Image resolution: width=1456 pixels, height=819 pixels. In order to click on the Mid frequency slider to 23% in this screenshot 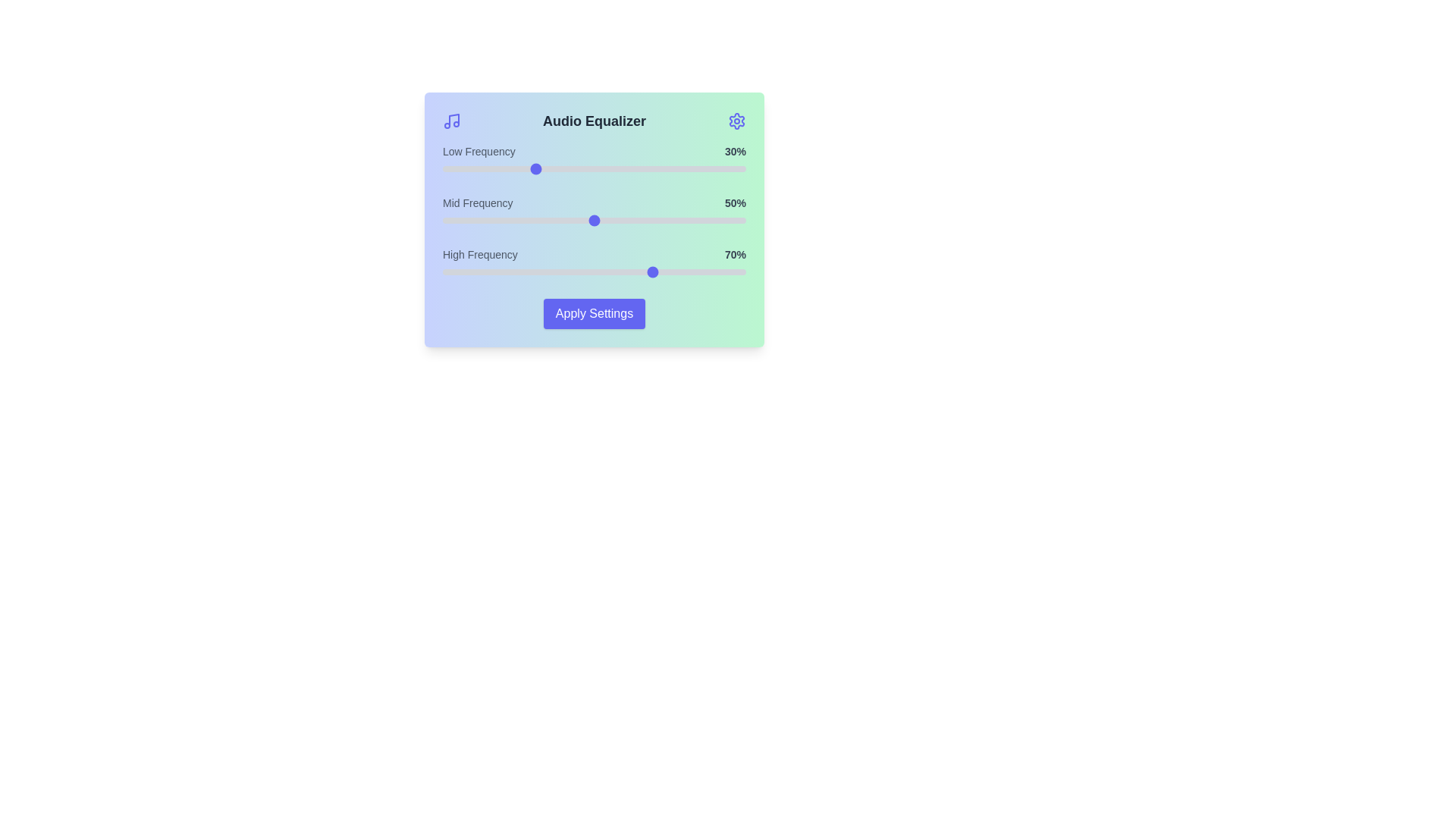, I will do `click(513, 220)`.